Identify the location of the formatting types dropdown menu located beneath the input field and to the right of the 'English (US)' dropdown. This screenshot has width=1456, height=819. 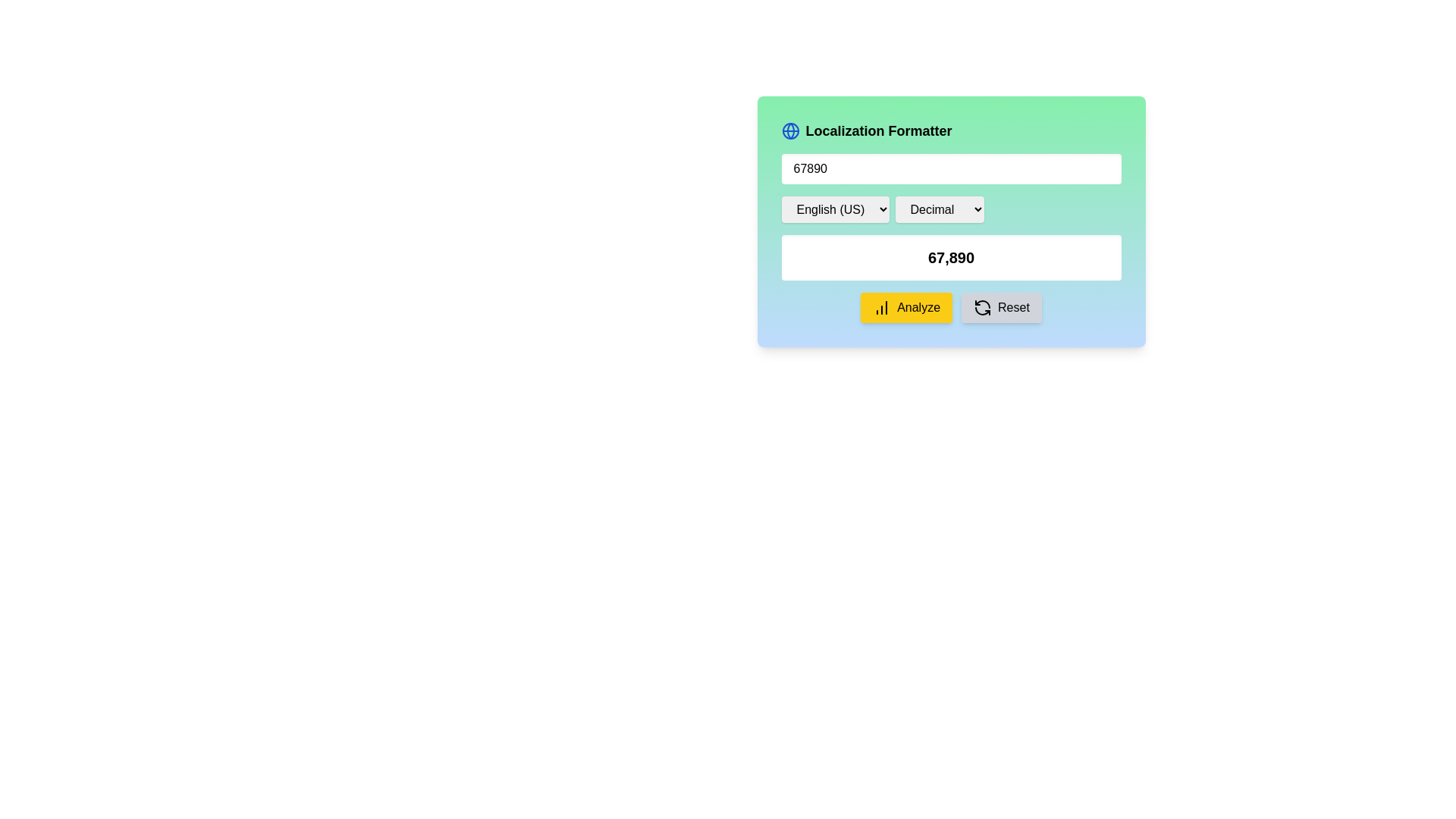
(950, 221).